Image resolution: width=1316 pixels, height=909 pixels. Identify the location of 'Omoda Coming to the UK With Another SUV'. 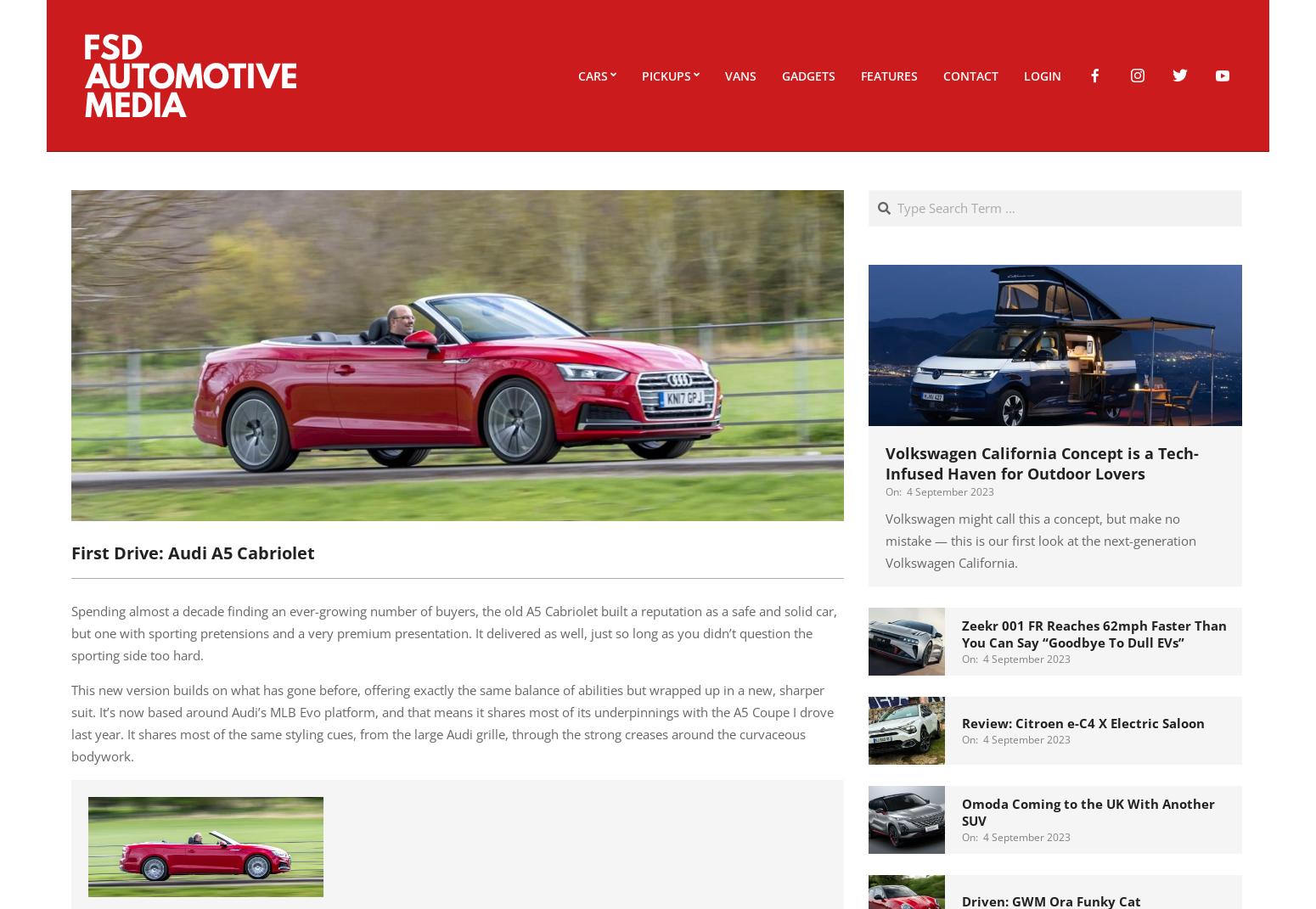
(1088, 810).